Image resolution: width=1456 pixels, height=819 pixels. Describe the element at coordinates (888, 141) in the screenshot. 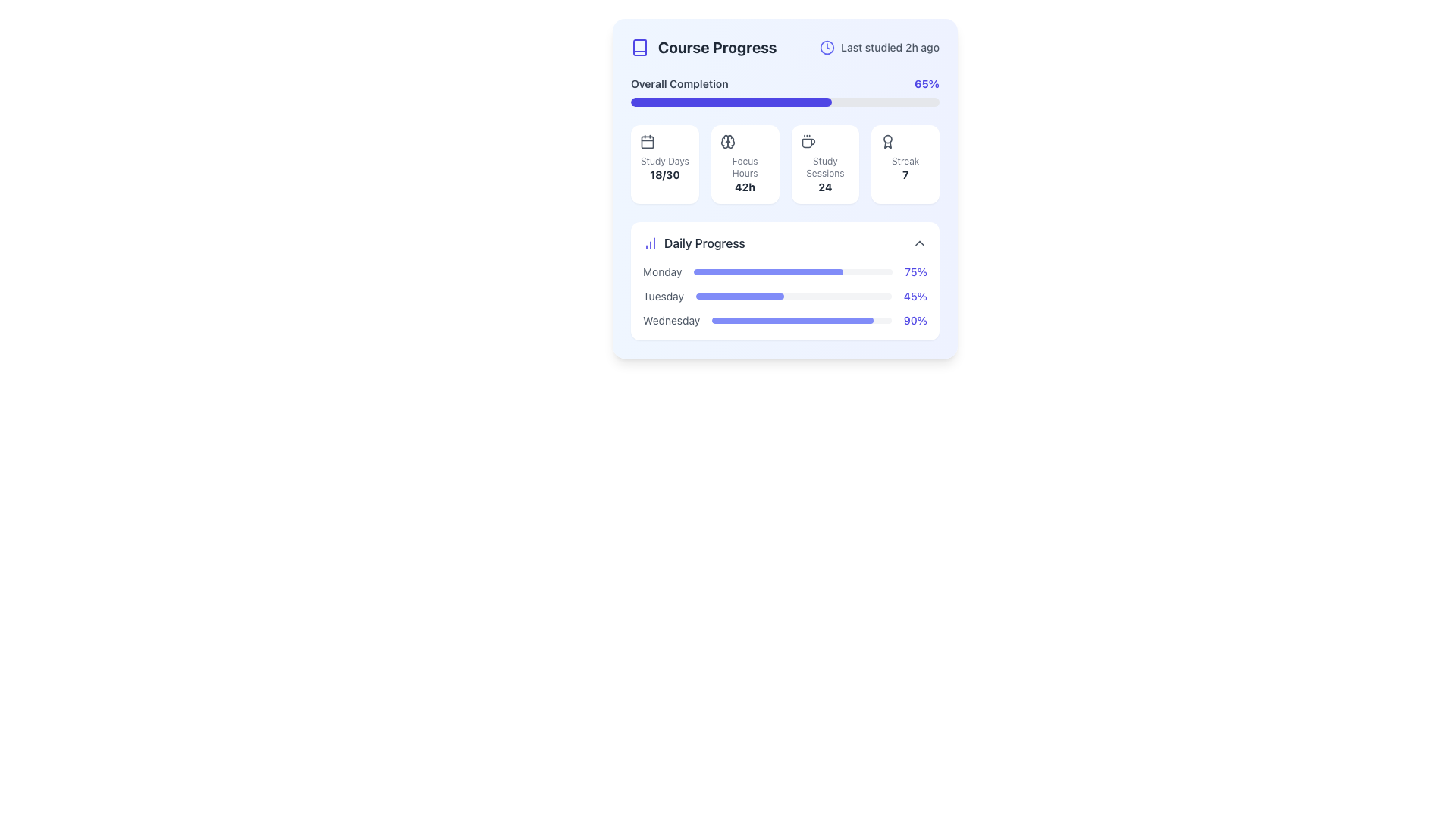

I see `the medal-like icon that is positioned above the text 'Streak' in the 'Course Progress' card` at that location.